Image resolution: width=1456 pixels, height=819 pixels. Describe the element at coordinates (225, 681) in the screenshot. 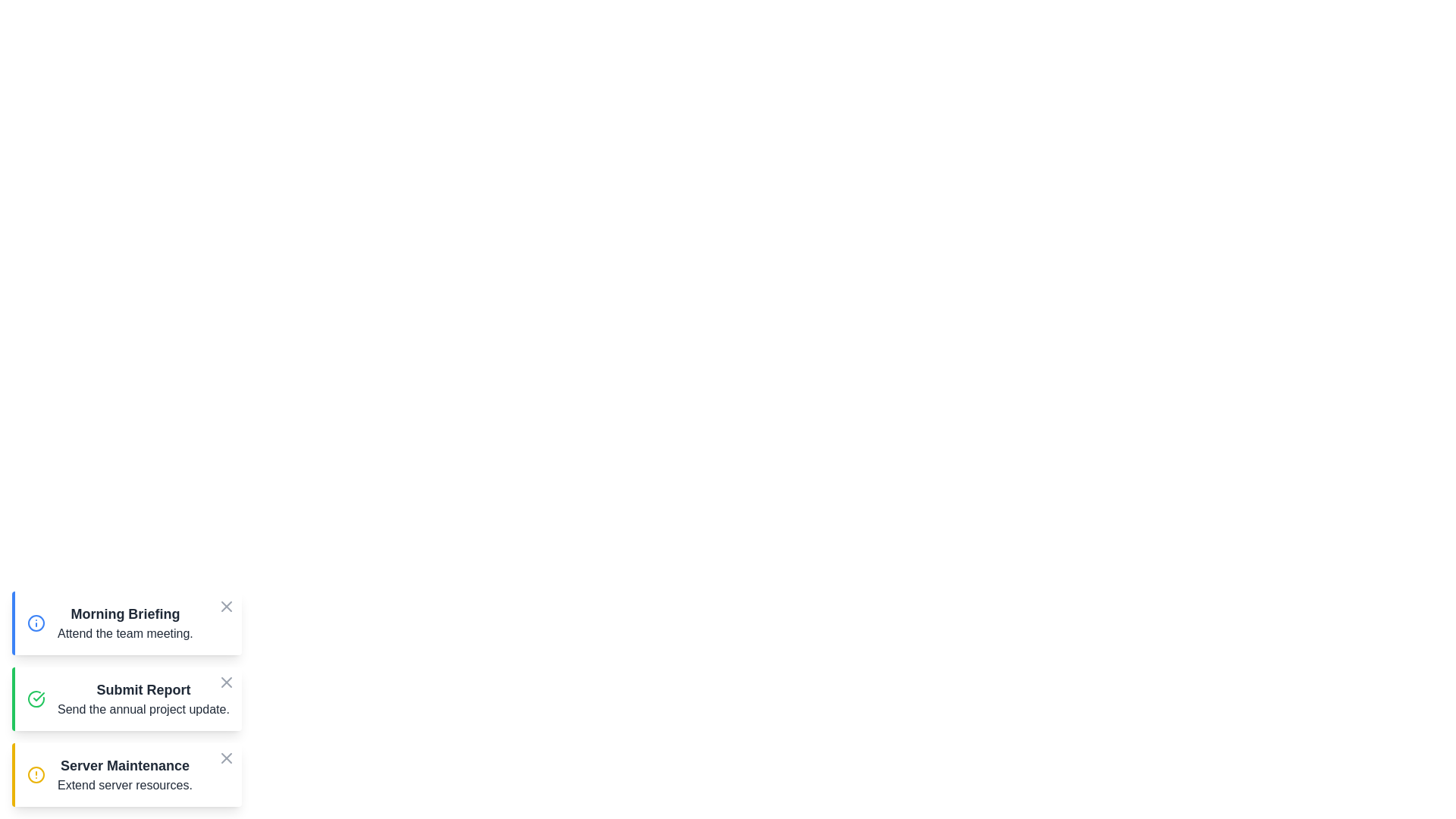

I see `the Close button, which is a small 'X' icon located at the top-right corner of the 'Submit Report' card in the user interface` at that location.